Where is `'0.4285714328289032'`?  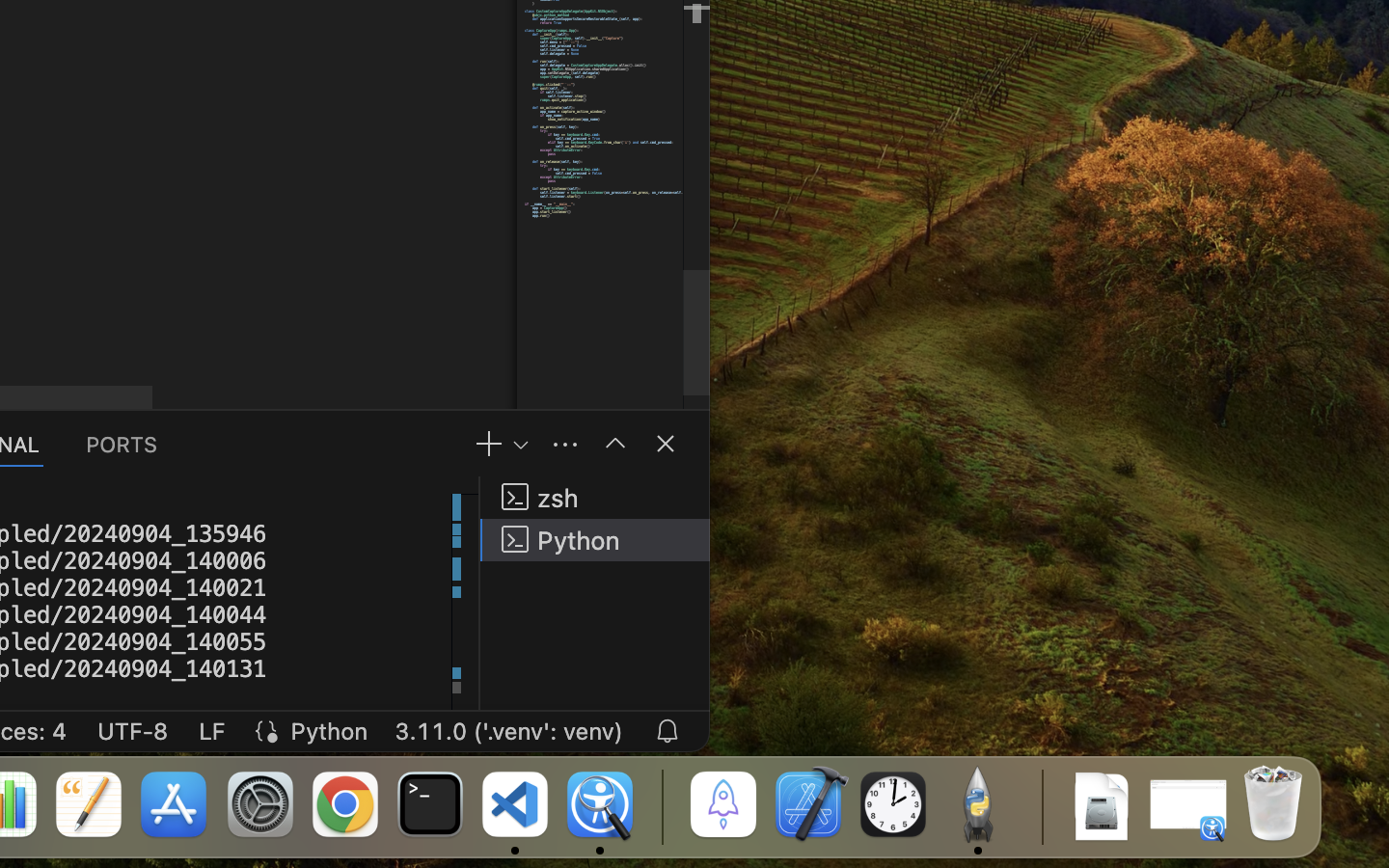 '0.4285714328289032' is located at coordinates (661, 805).